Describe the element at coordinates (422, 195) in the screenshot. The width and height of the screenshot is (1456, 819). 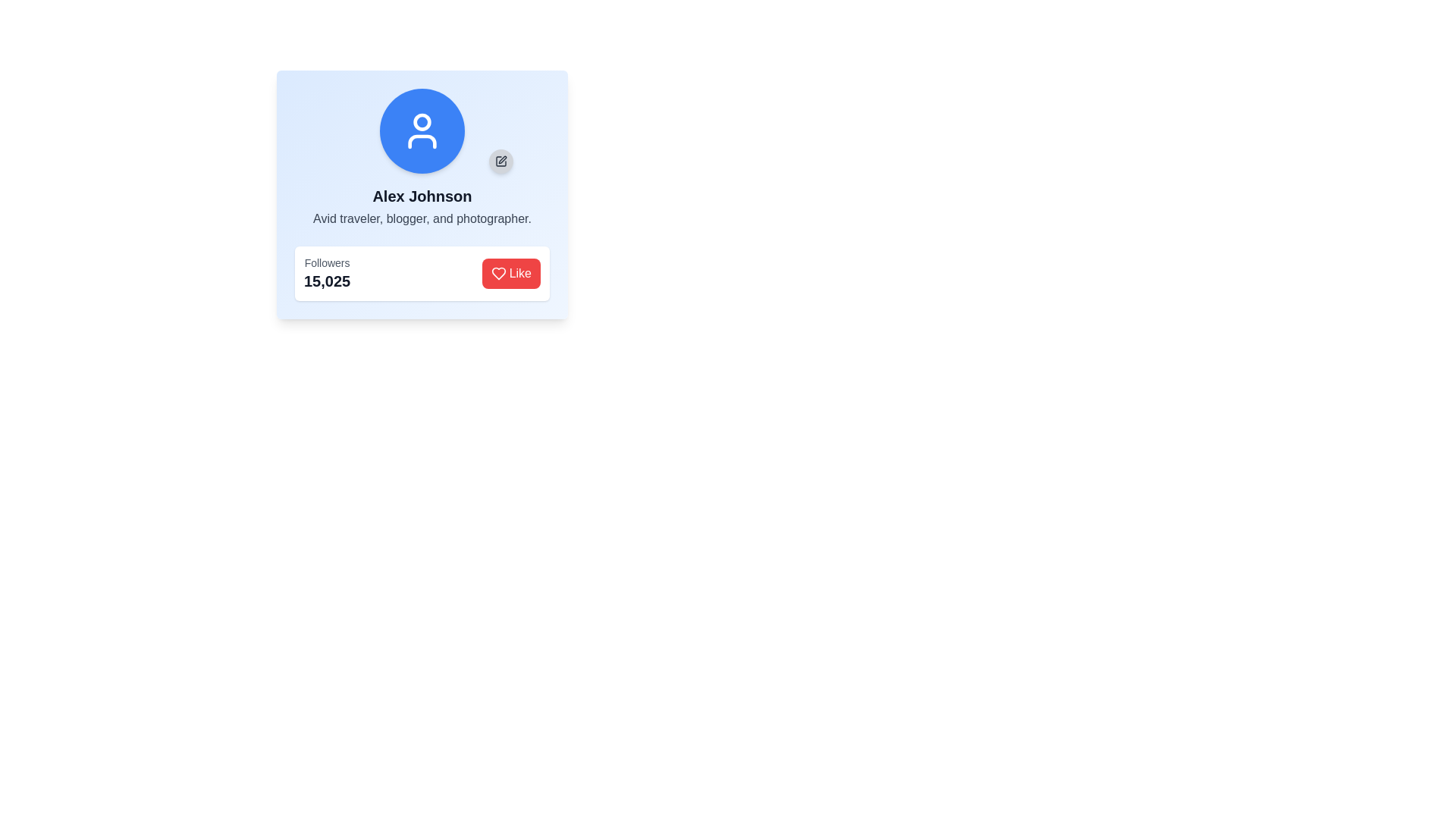
I see `text label displaying the name 'Alex Johnson' which is bold and centrally aligned against a light blue background` at that location.